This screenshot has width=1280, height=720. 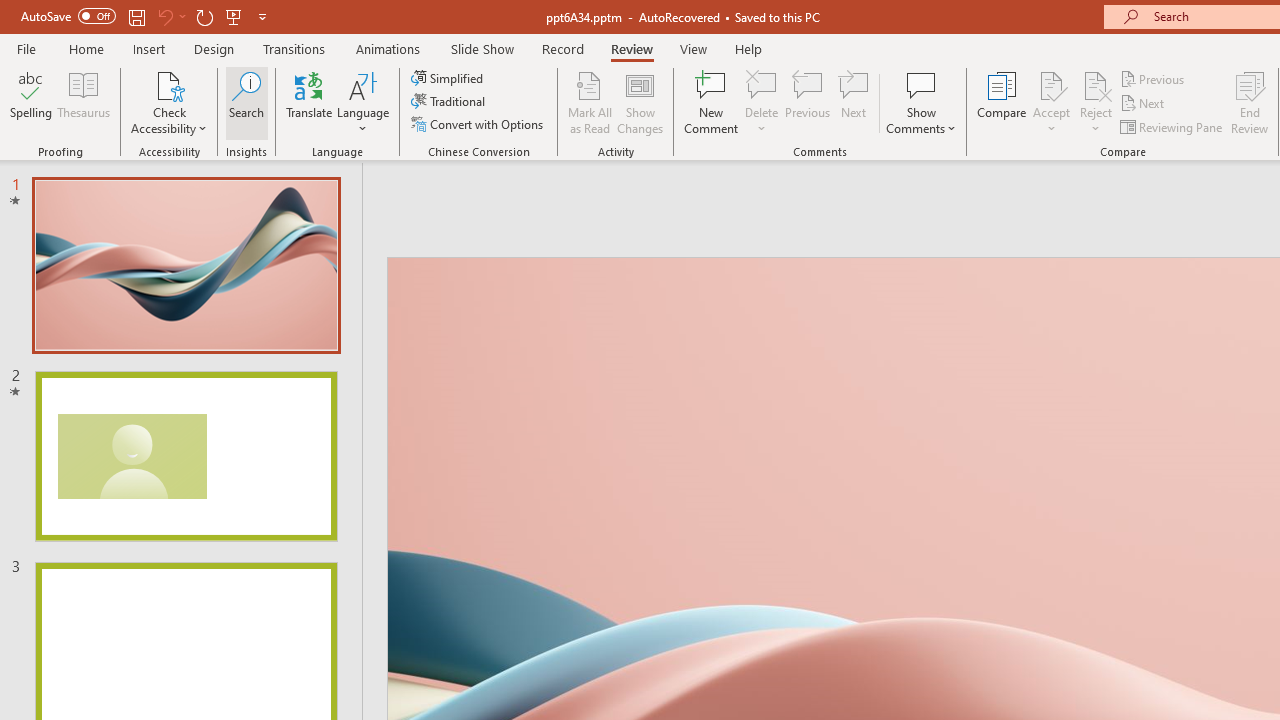 I want to click on 'Delete', so click(x=761, y=84).